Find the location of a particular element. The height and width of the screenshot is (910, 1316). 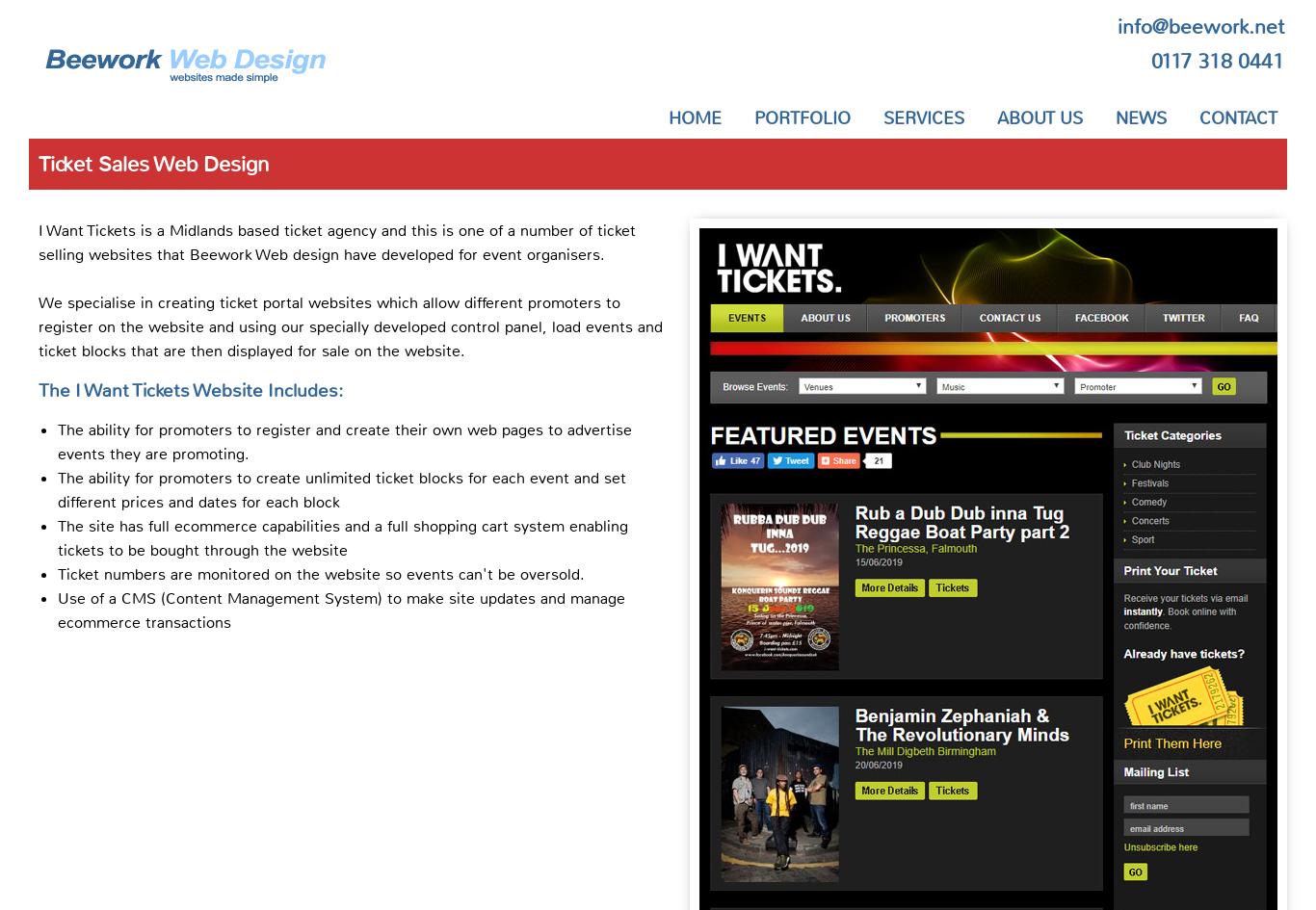

'Portfolio' is located at coordinates (801, 117).